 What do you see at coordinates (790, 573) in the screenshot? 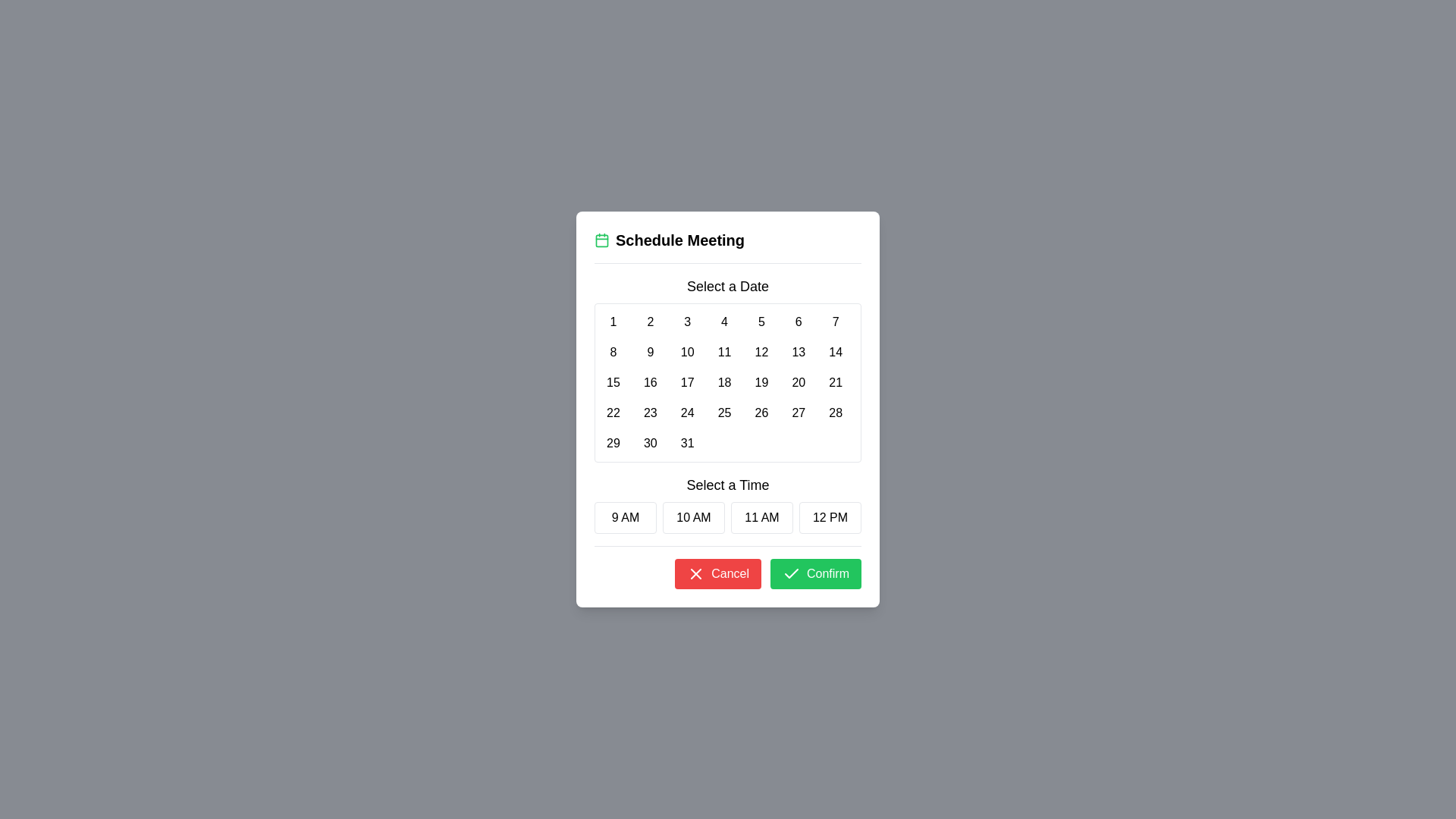
I see `the checkmark icon located centrally within the green Confirm button at the bottom right corner of the dialog box` at bounding box center [790, 573].